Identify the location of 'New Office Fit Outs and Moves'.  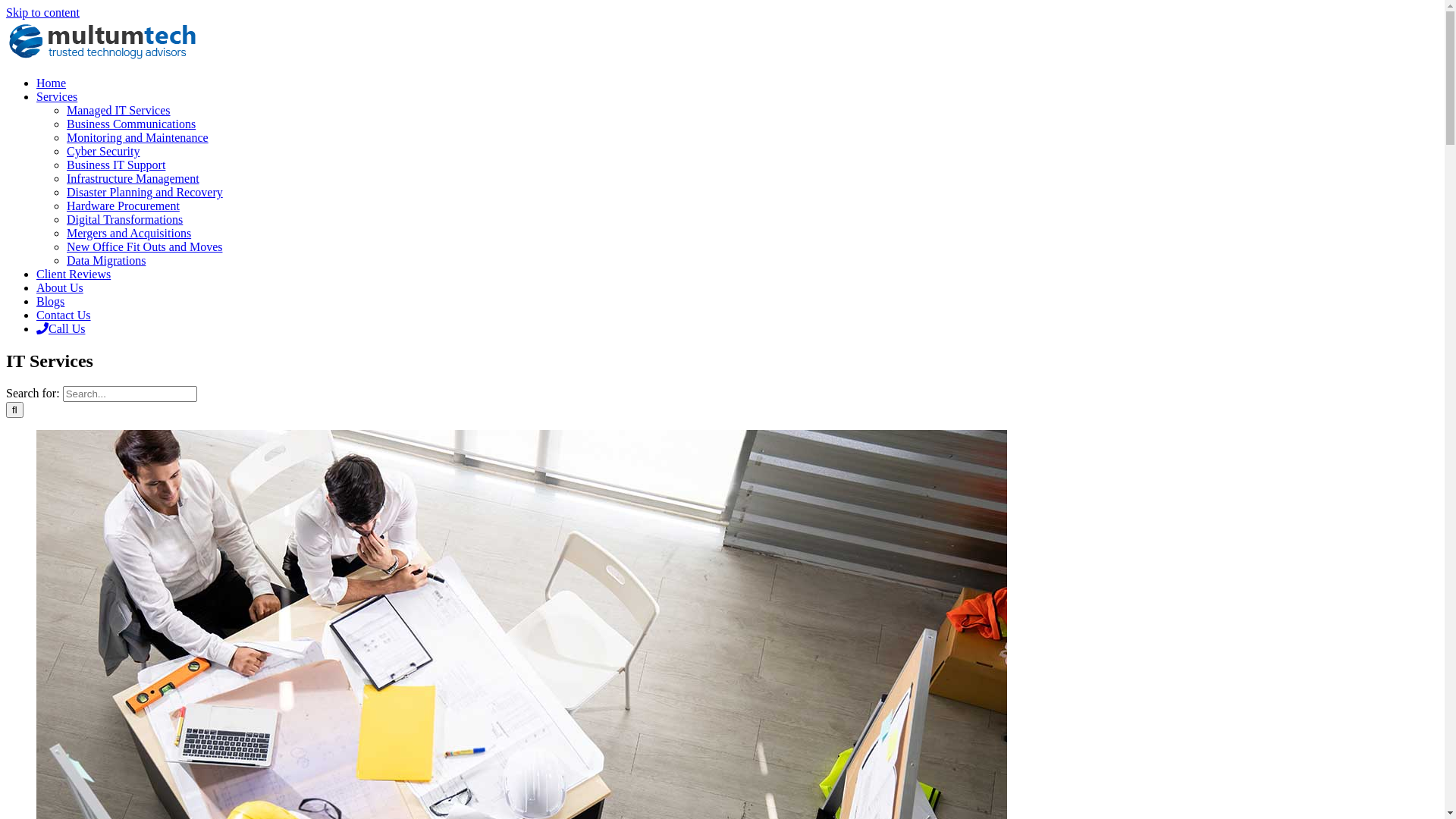
(144, 246).